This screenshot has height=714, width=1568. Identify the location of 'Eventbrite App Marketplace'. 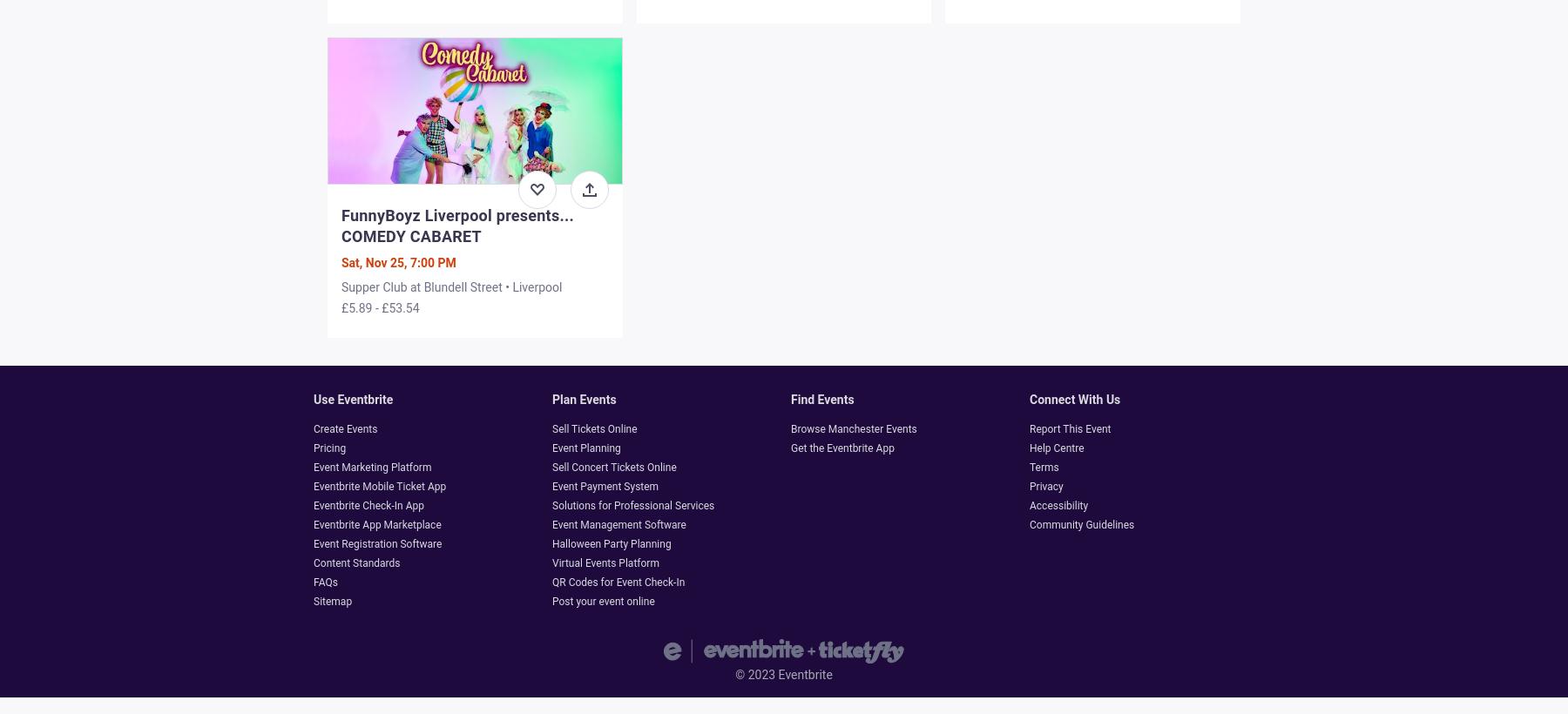
(377, 525).